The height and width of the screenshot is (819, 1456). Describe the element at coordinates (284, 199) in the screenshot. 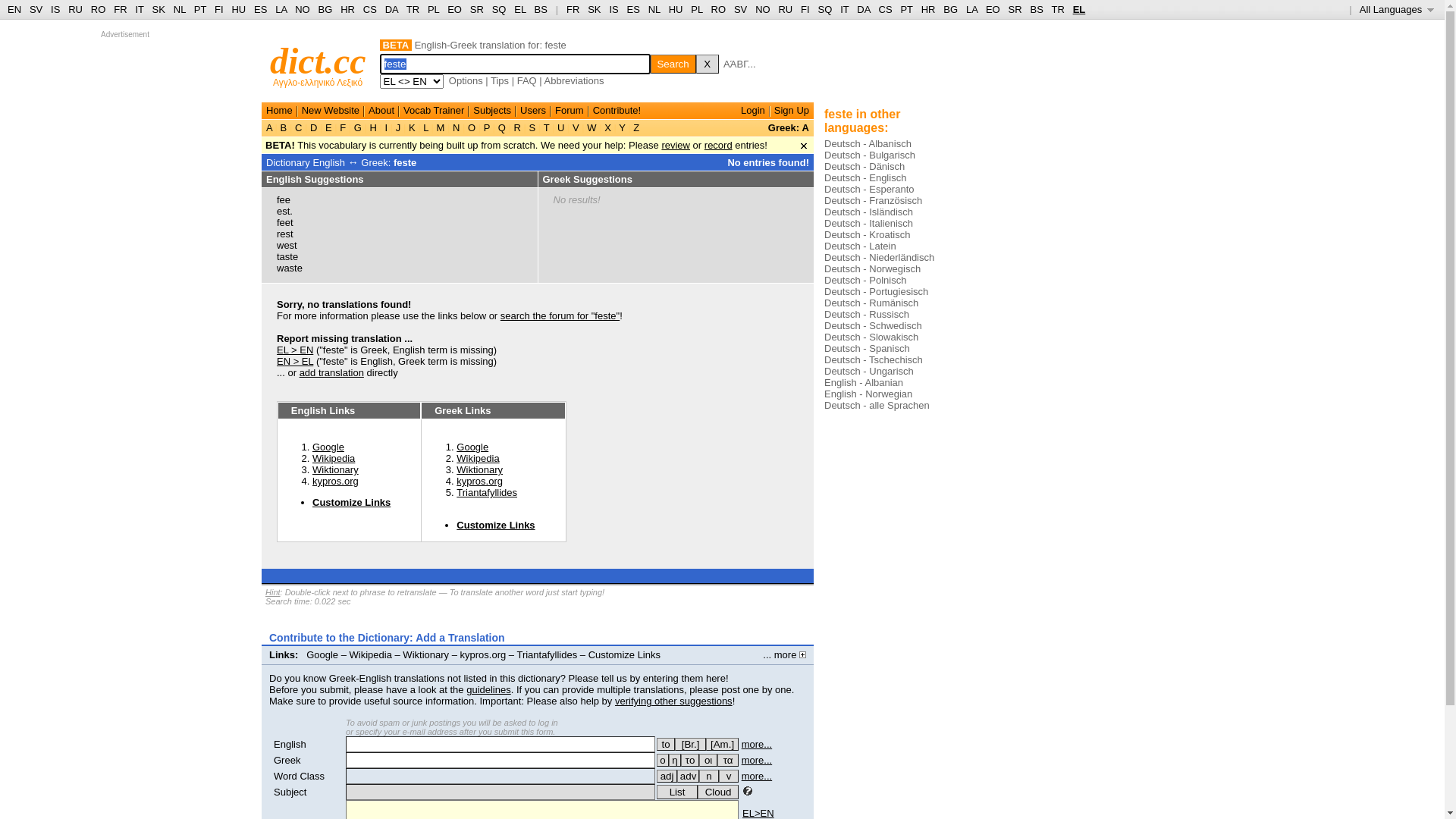

I see `'fee'` at that location.